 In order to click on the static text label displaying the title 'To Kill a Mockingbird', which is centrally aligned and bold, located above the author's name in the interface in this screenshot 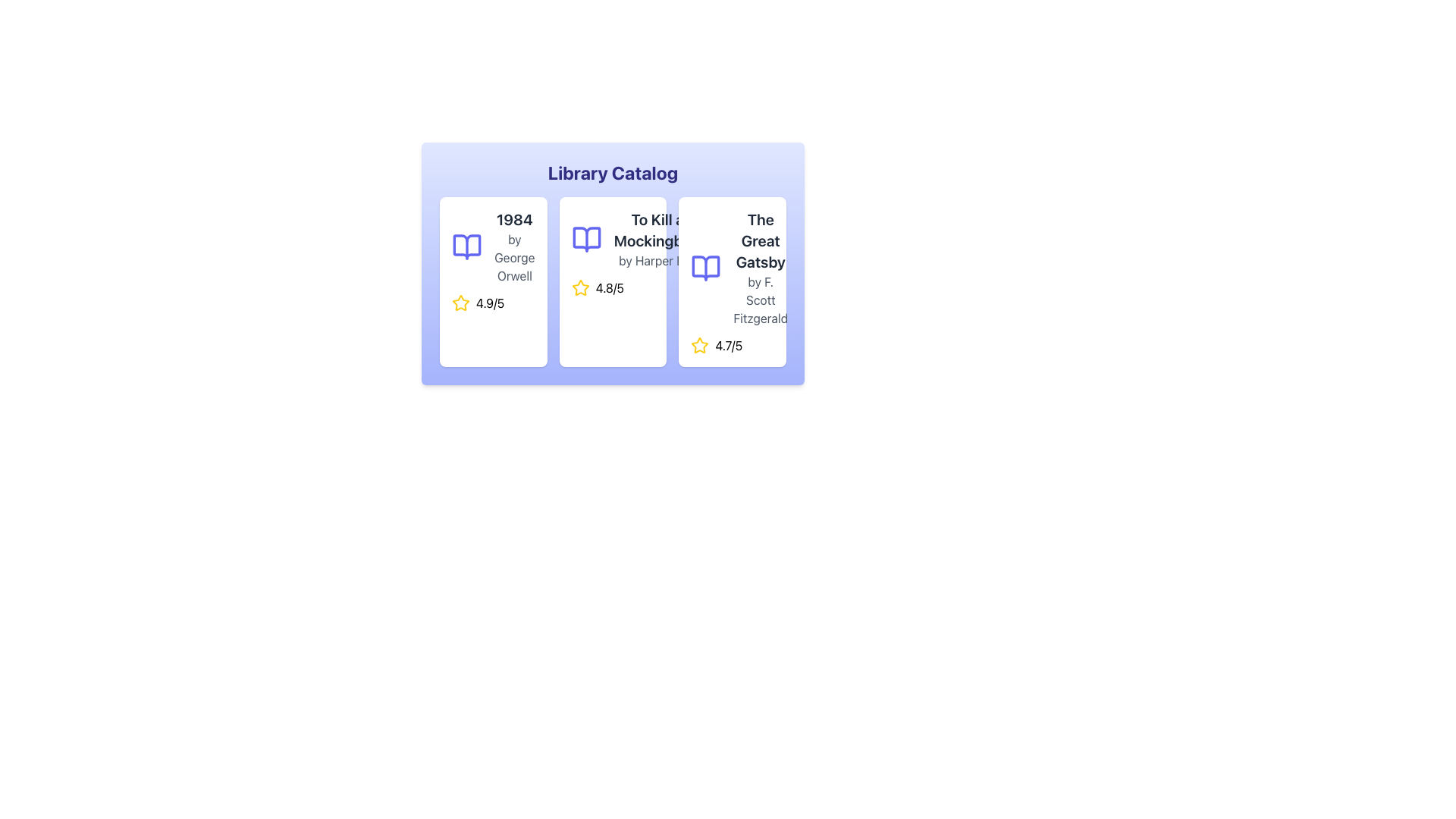, I will do `click(657, 231)`.